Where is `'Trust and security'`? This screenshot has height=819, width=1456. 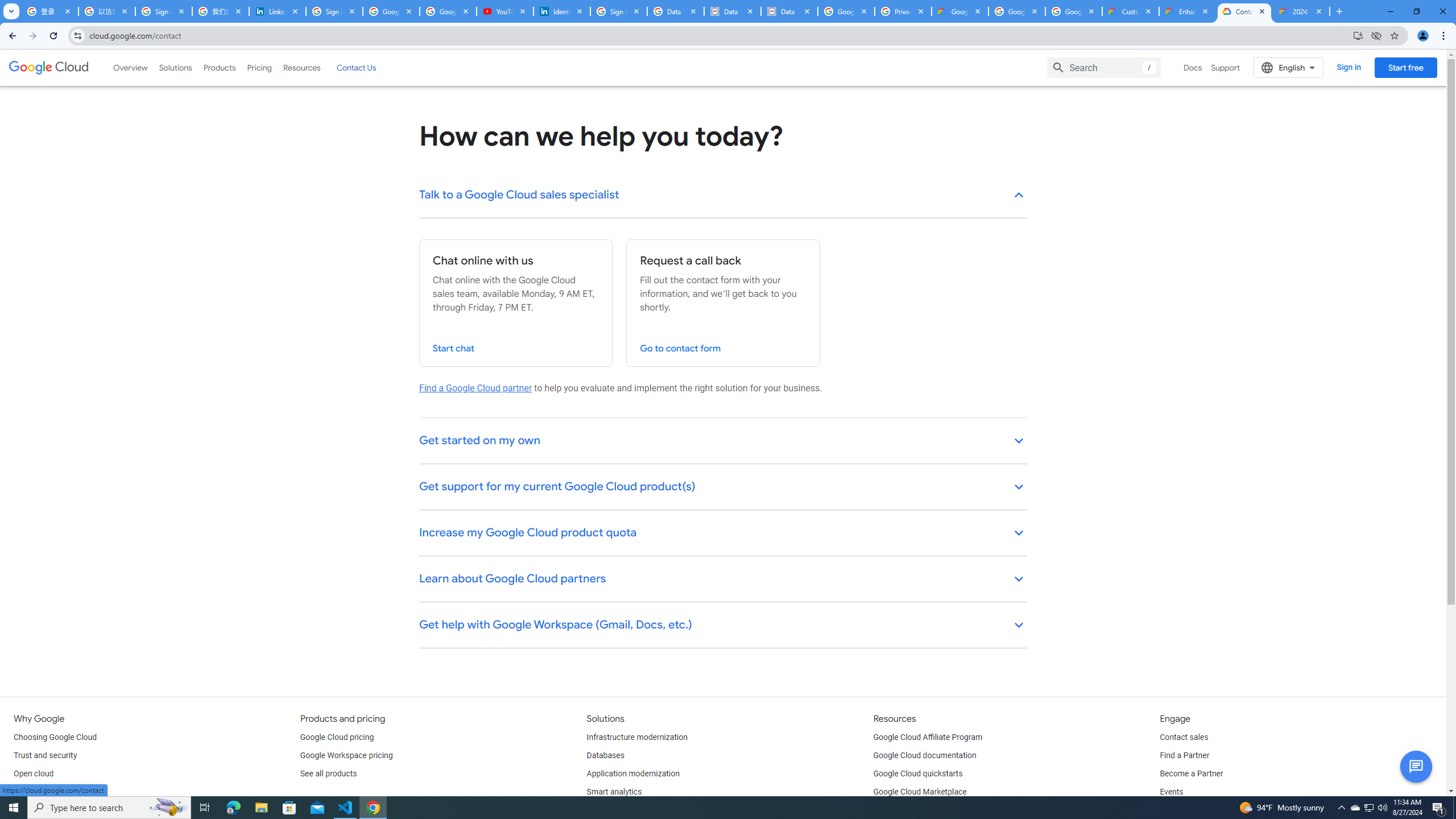 'Trust and security' is located at coordinates (44, 755).